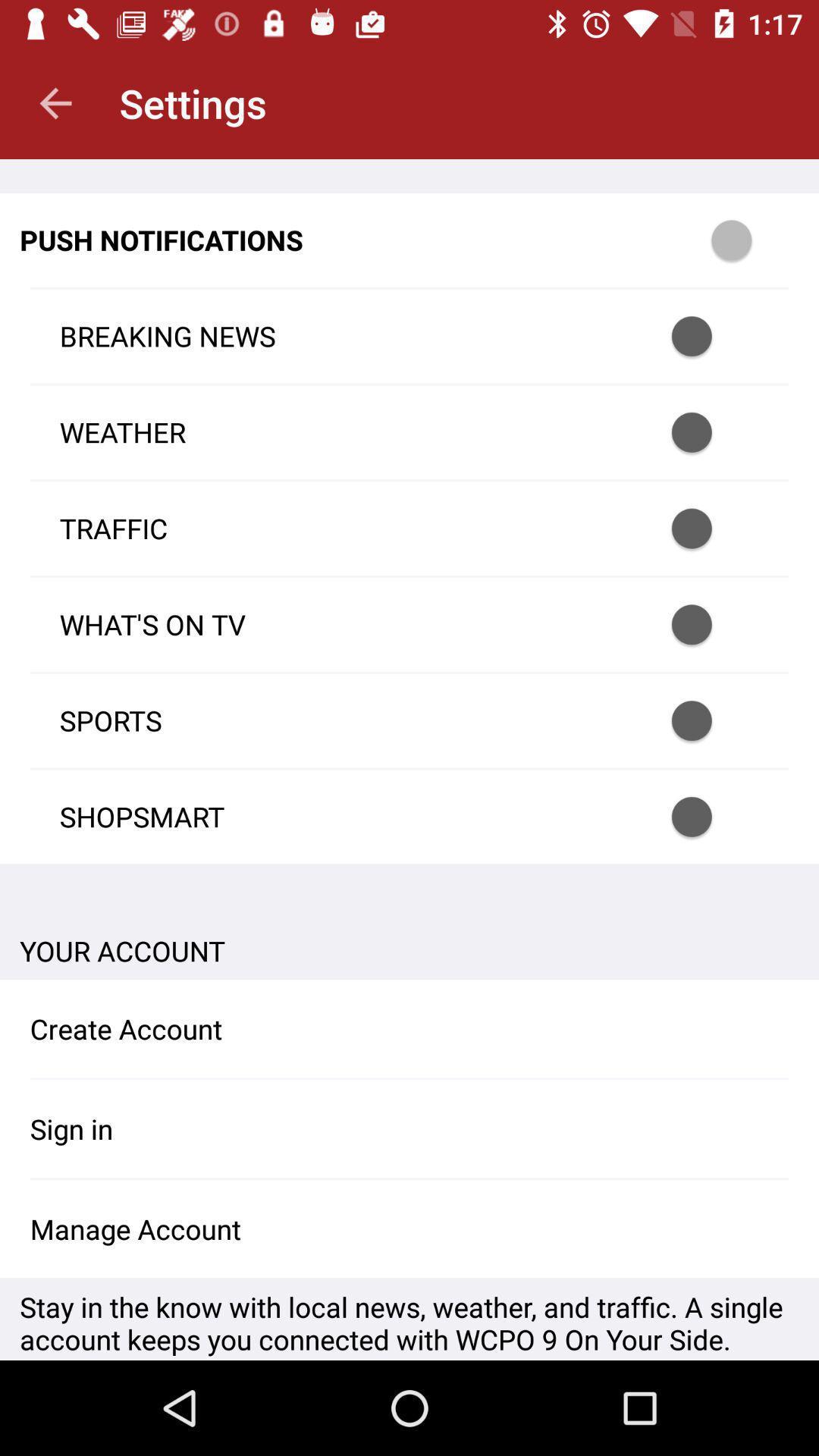 The image size is (819, 1456). What do you see at coordinates (55, 102) in the screenshot?
I see `item to the left of settings icon` at bounding box center [55, 102].